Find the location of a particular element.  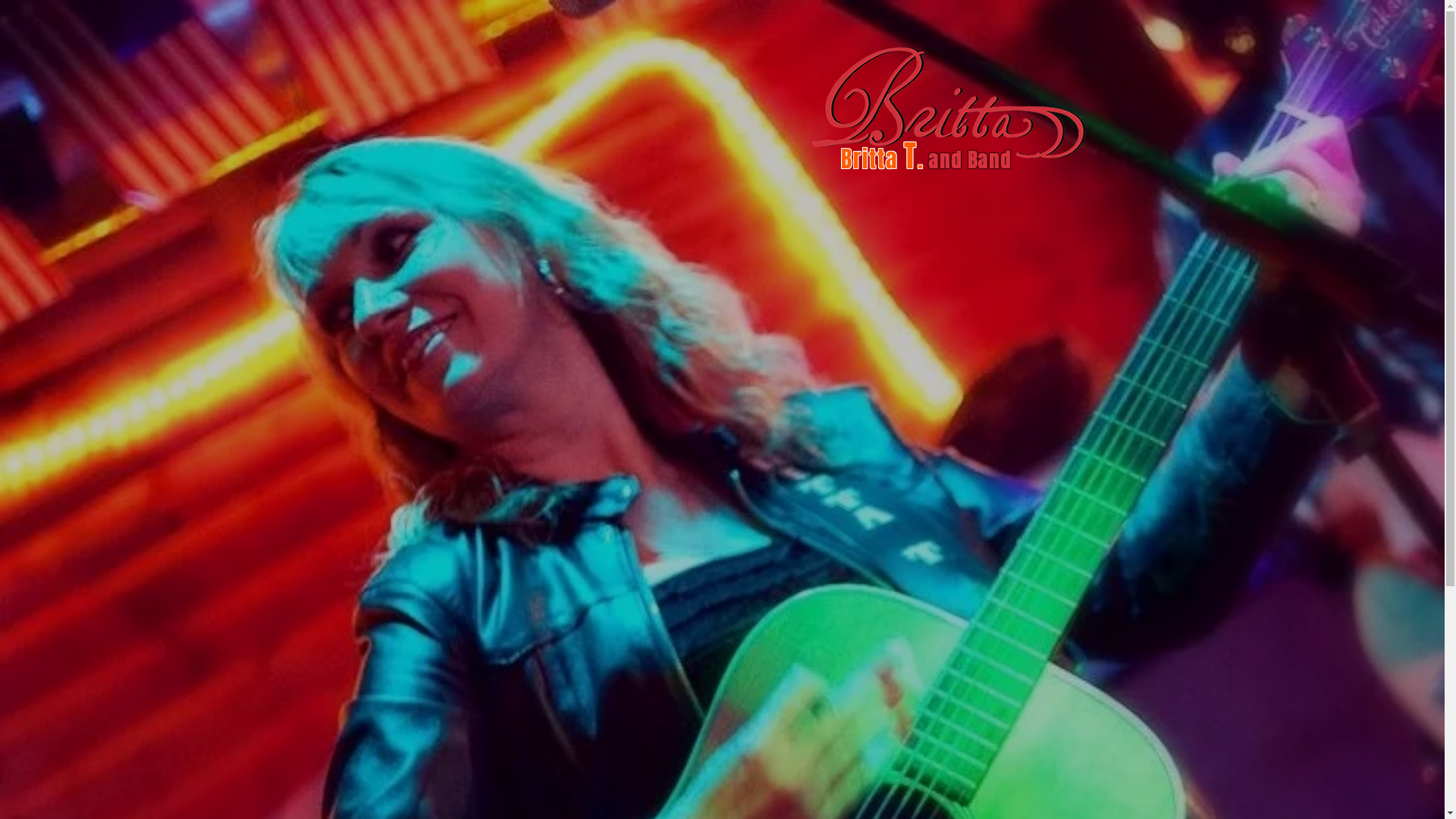

' ' is located at coordinates (924, 161).